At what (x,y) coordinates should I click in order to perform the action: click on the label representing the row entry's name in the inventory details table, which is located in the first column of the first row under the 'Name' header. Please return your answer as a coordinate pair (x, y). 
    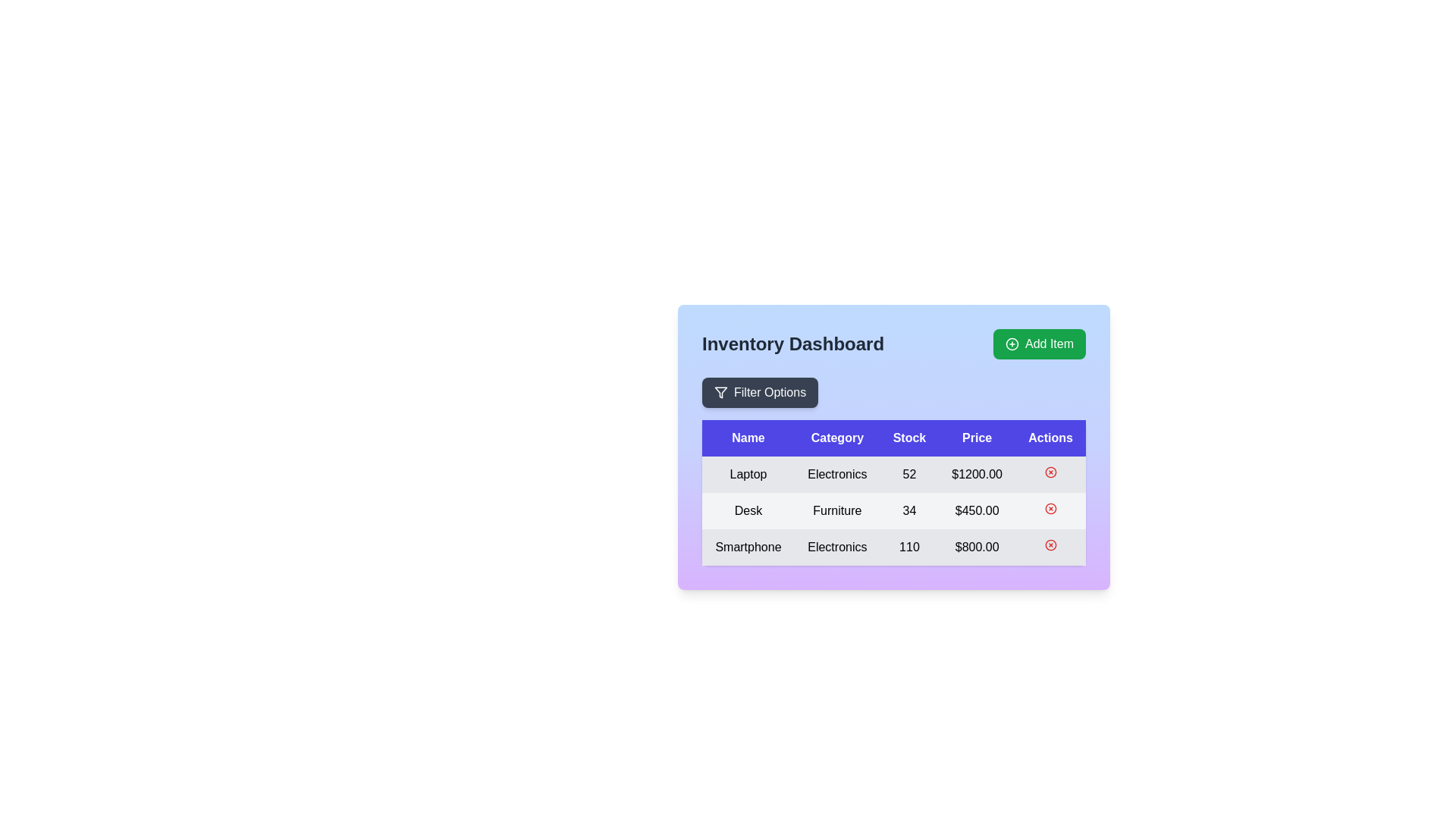
    Looking at the image, I should click on (748, 473).